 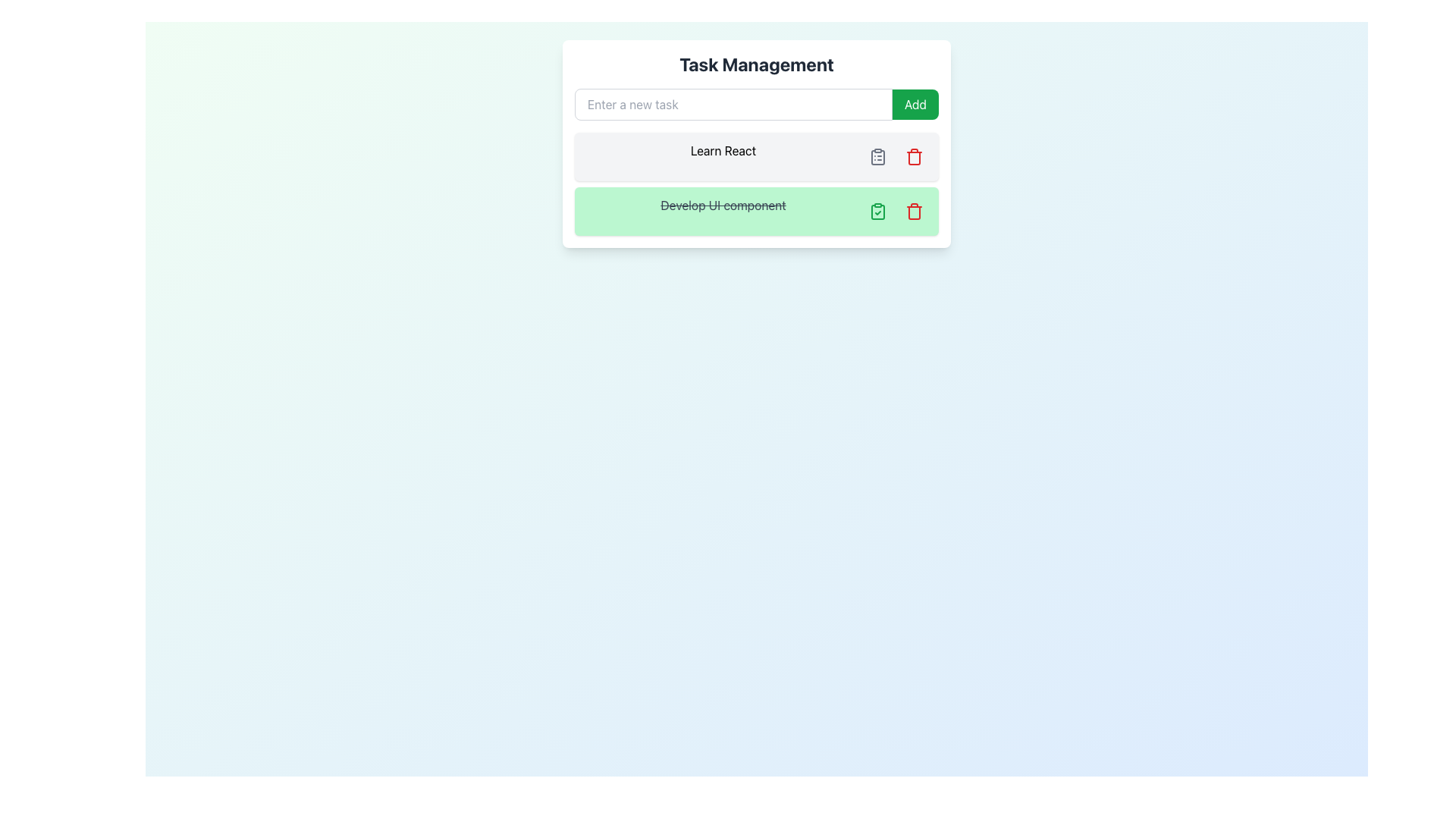 I want to click on the circular green-bordered button with a clipboard icon and checkmark to mark the task 'Develop UI component' as complete, so click(x=877, y=211).